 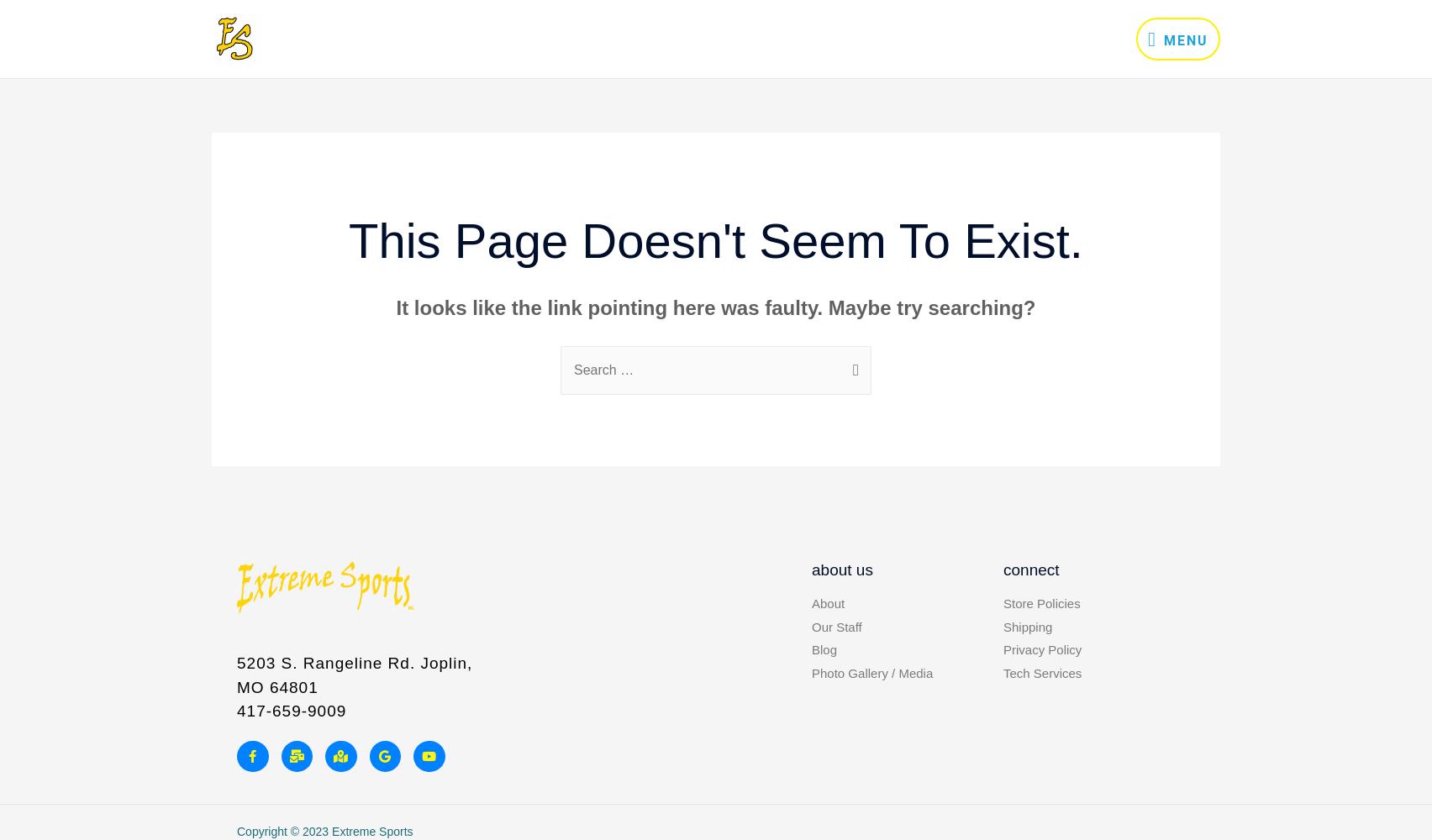 I want to click on 'Shipping', so click(x=1026, y=625).